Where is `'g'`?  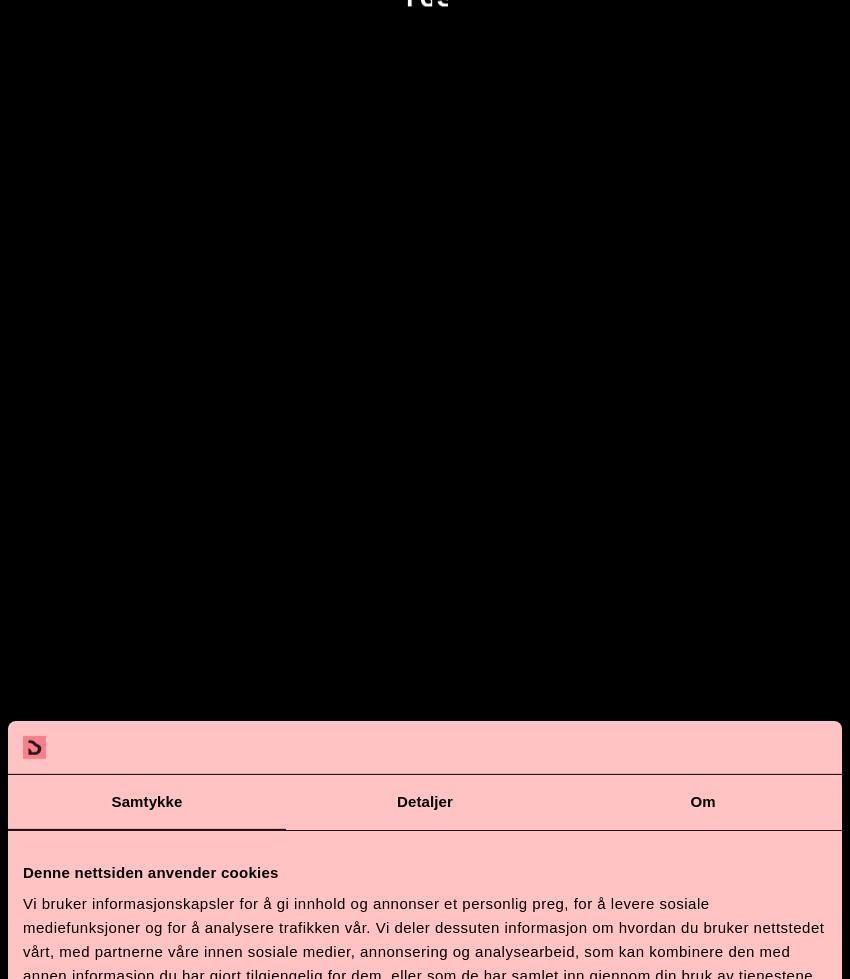
'g' is located at coordinates (251, 912).